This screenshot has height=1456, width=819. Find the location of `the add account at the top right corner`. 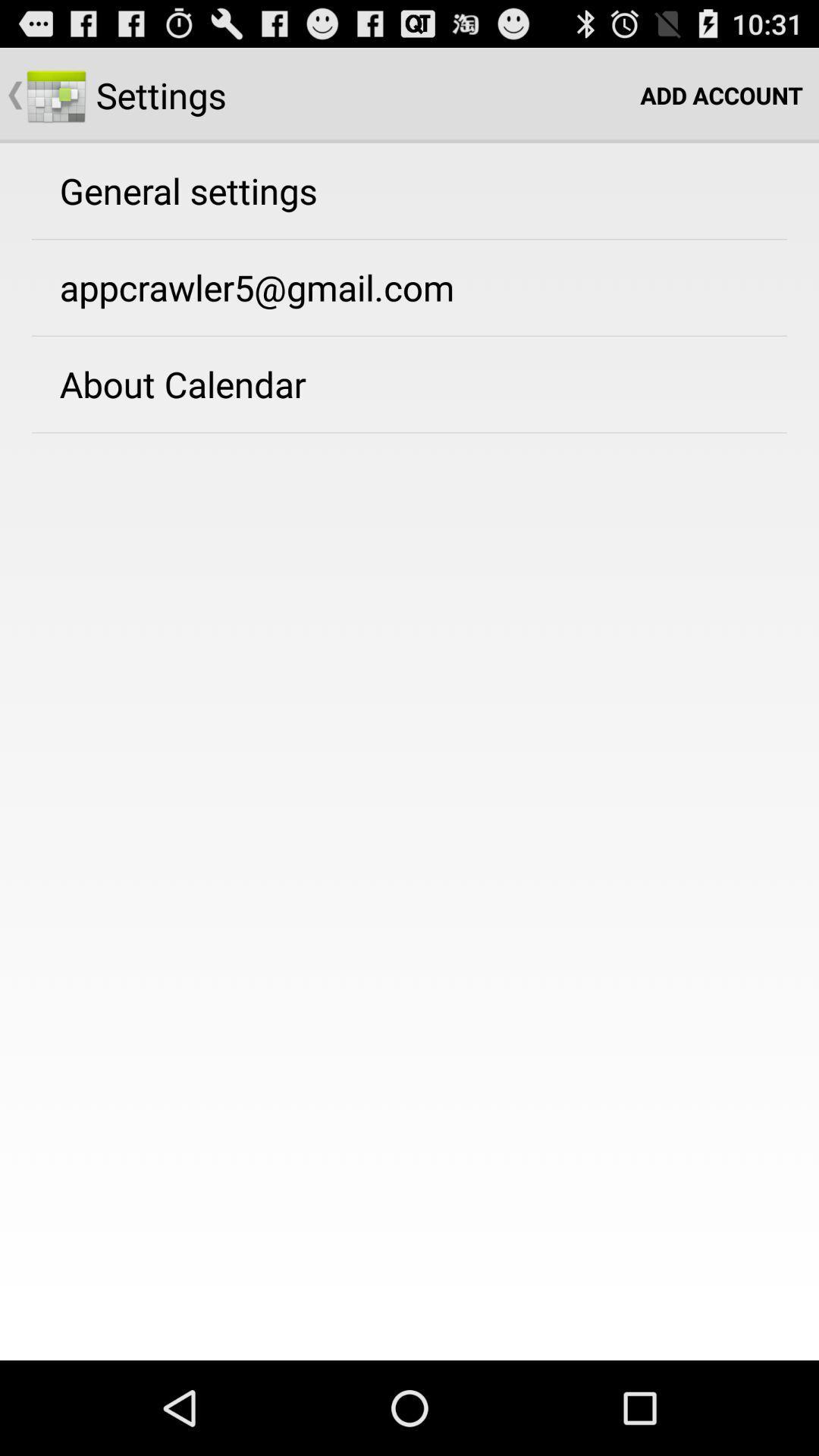

the add account at the top right corner is located at coordinates (720, 94).